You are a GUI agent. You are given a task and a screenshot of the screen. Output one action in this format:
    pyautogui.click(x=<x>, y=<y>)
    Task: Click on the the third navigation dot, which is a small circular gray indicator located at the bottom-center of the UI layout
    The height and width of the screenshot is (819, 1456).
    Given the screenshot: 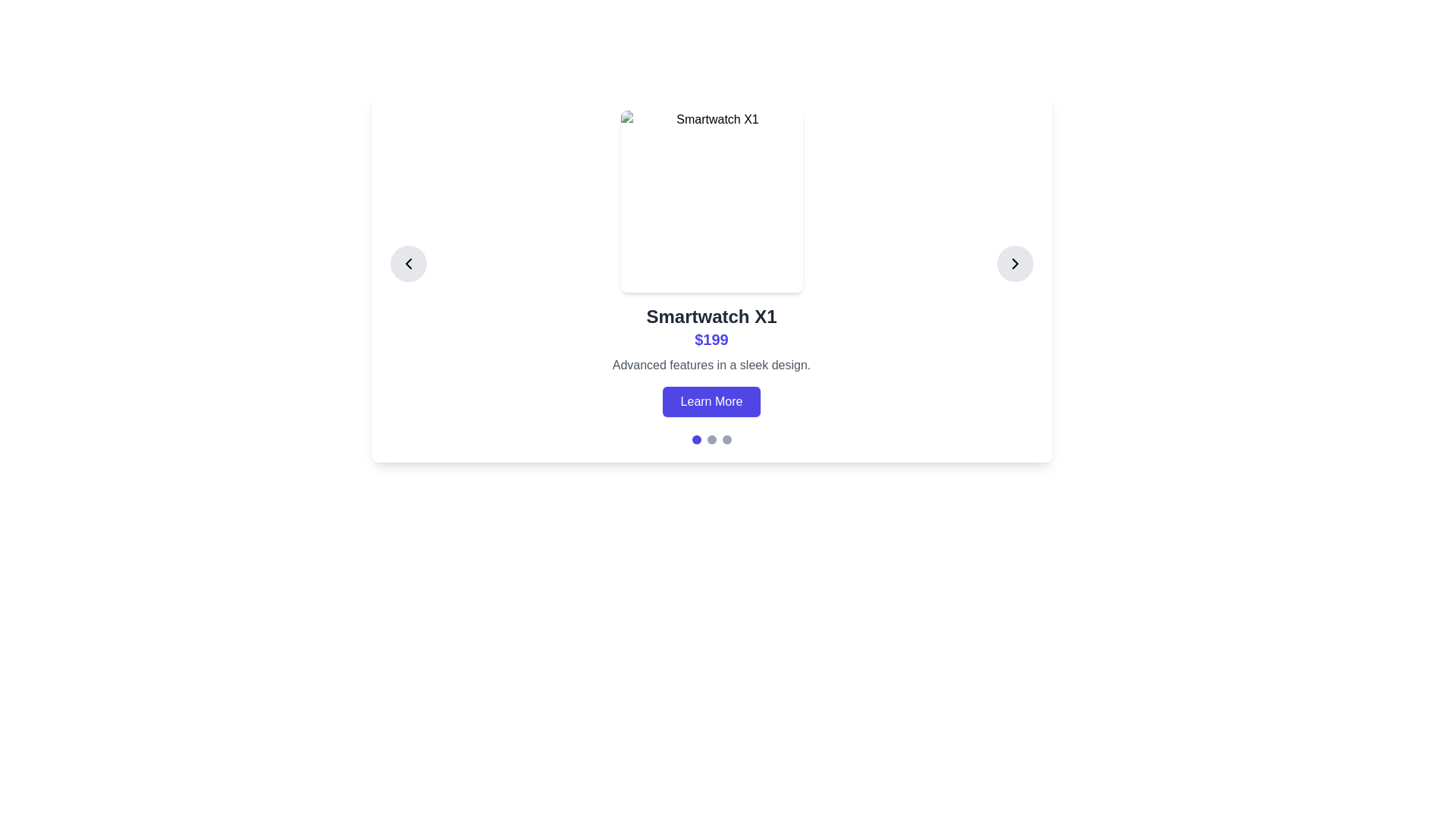 What is the action you would take?
    pyautogui.click(x=726, y=439)
    